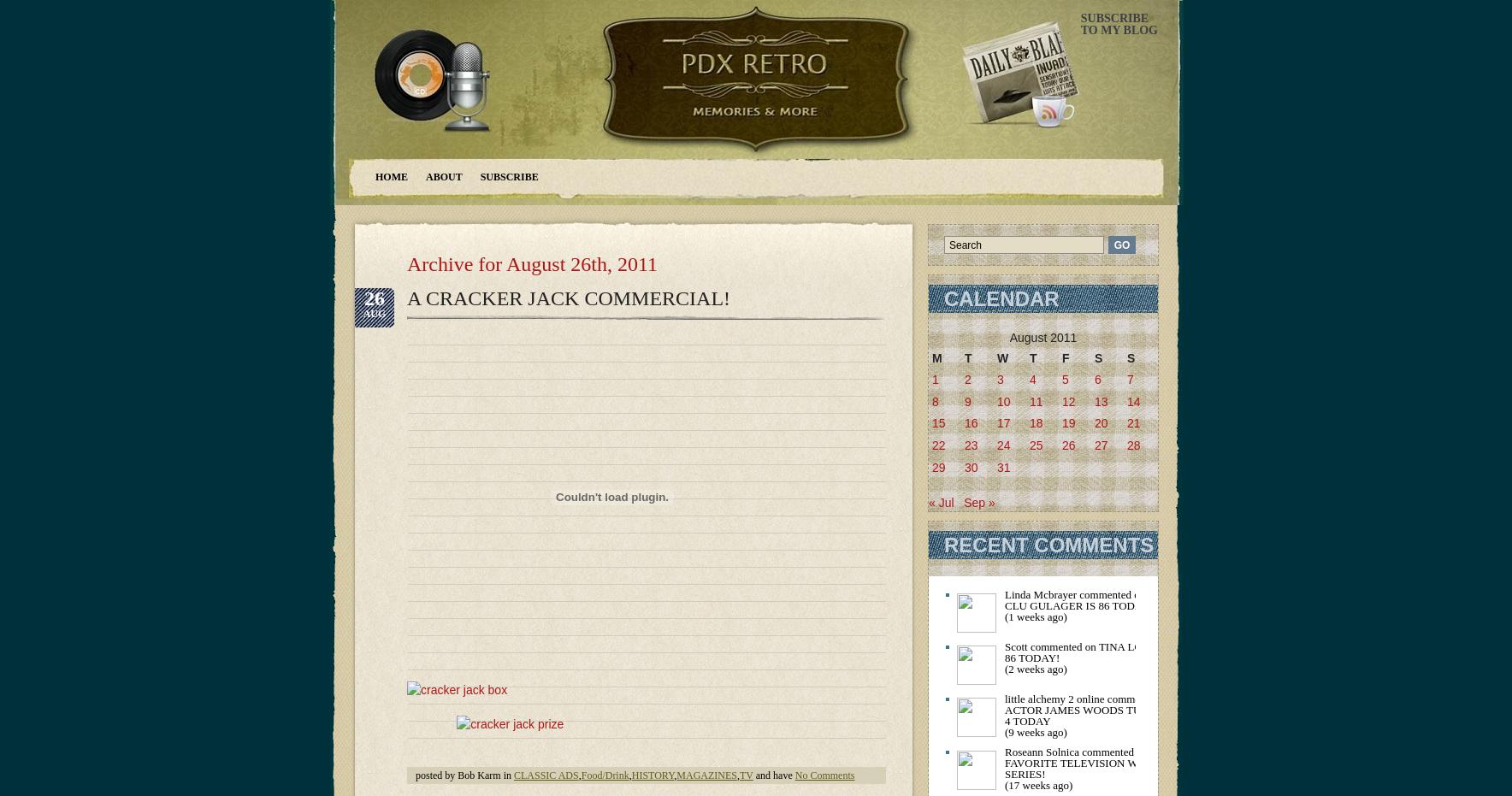 The width and height of the screenshot is (1512, 796). I want to click on '6', so click(1097, 378).